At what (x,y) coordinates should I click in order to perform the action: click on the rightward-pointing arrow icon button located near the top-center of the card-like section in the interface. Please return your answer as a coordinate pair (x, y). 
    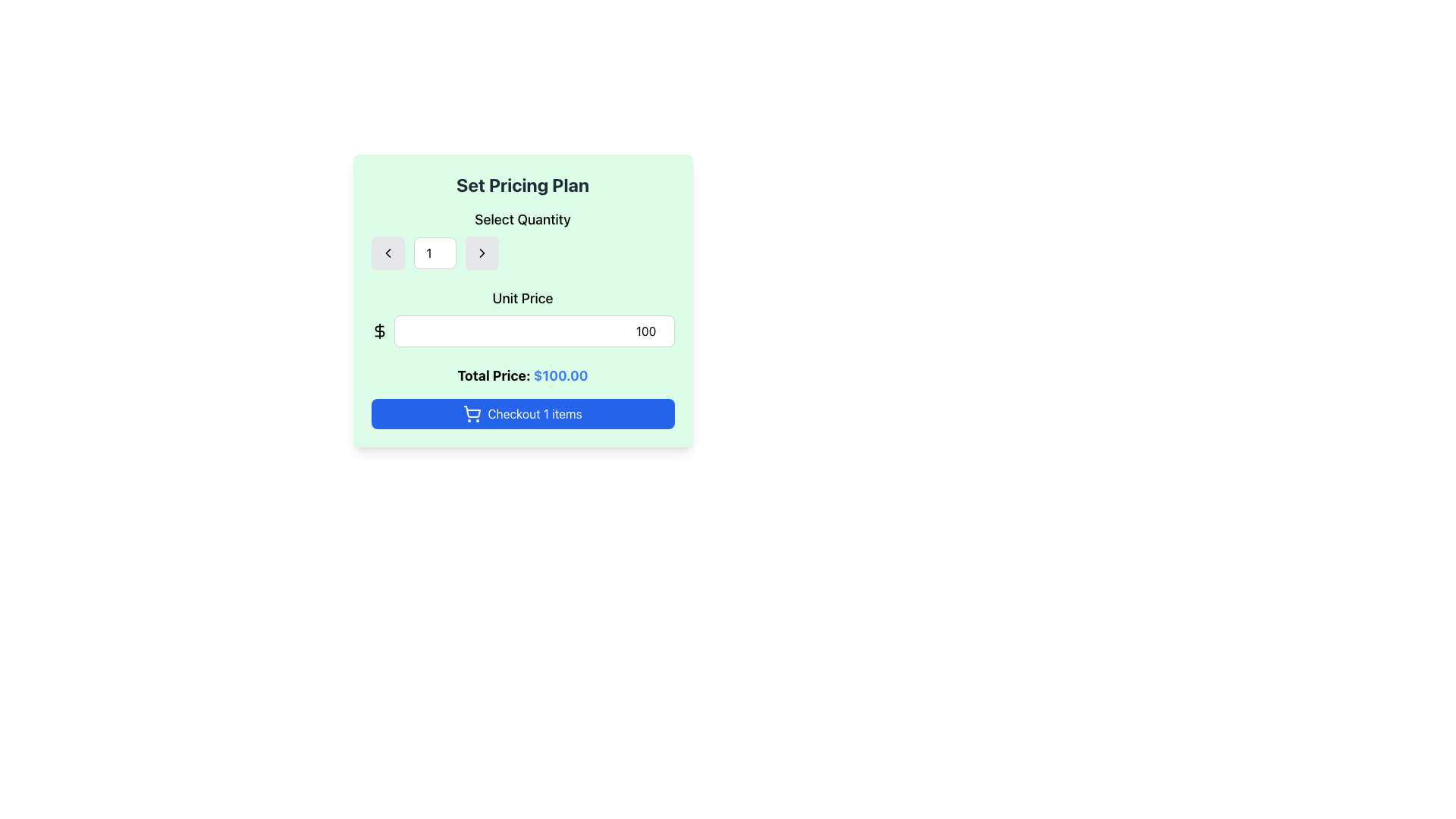
    Looking at the image, I should click on (481, 253).